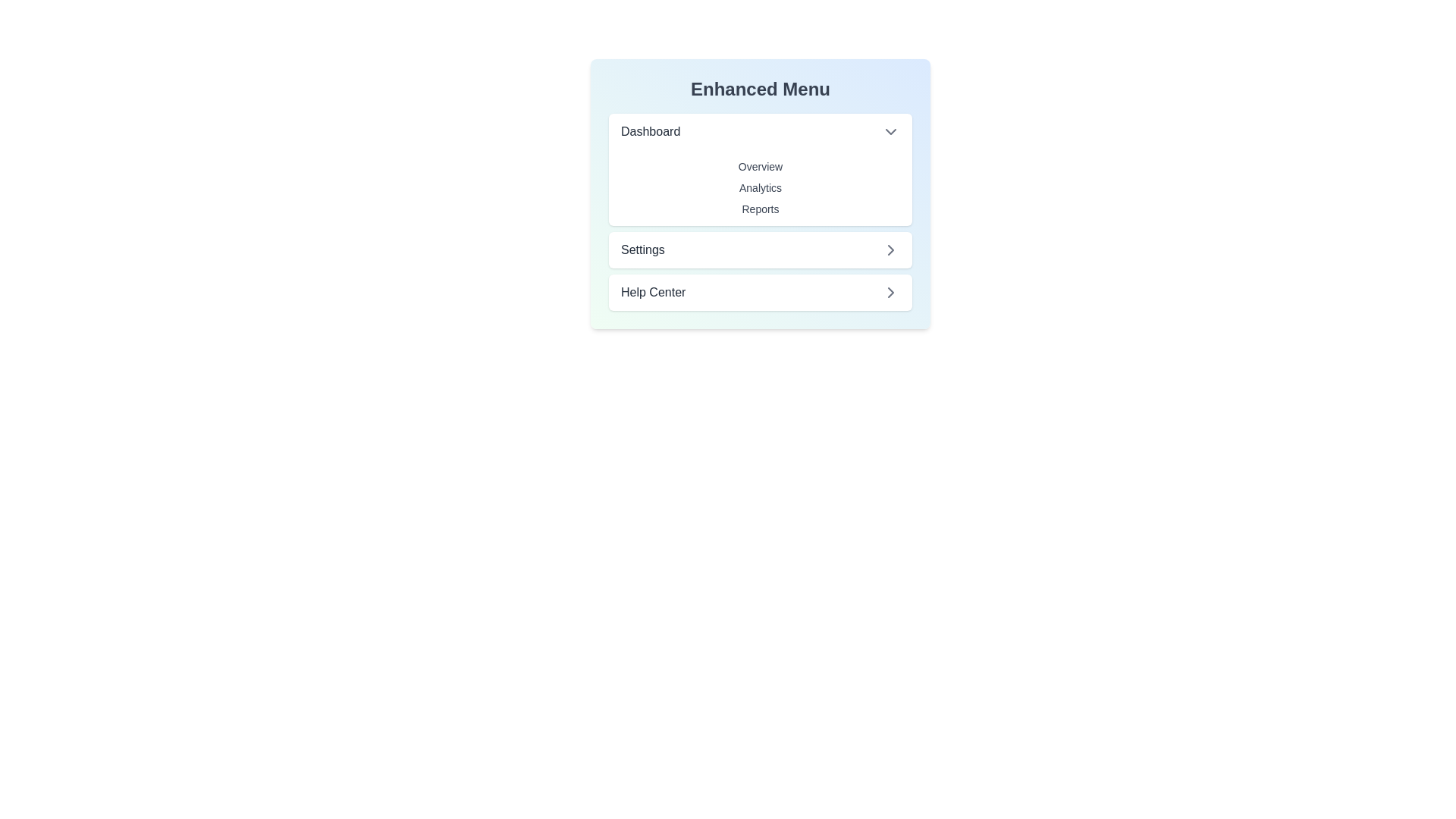 The image size is (1456, 819). What do you see at coordinates (891, 249) in the screenshot?
I see `the 'Settings' icon located on the far right of the 'Settings' menu entry in the 'Enhanced Menu'` at bounding box center [891, 249].